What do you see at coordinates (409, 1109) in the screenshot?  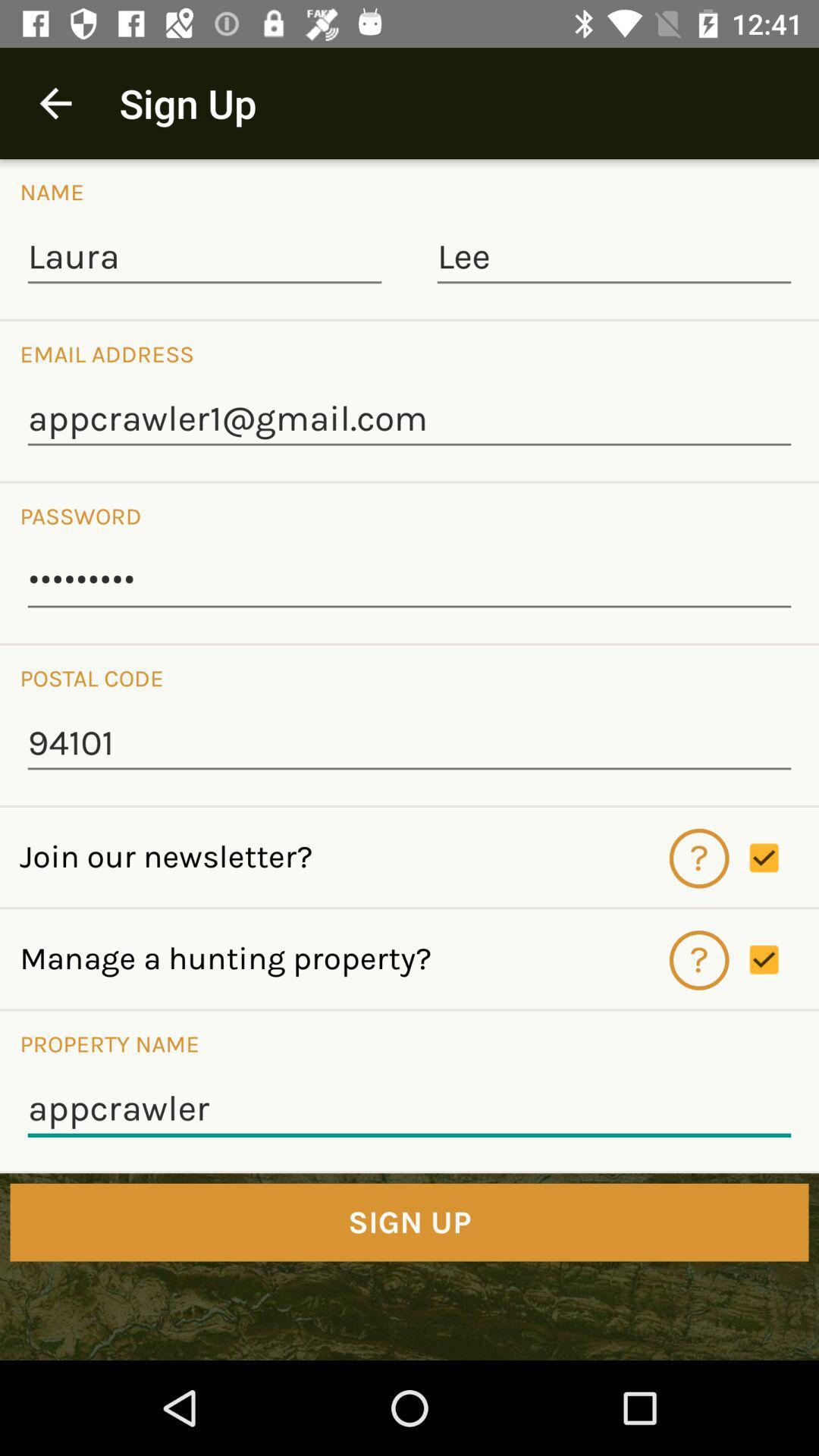 I see `appcrawler` at bounding box center [409, 1109].